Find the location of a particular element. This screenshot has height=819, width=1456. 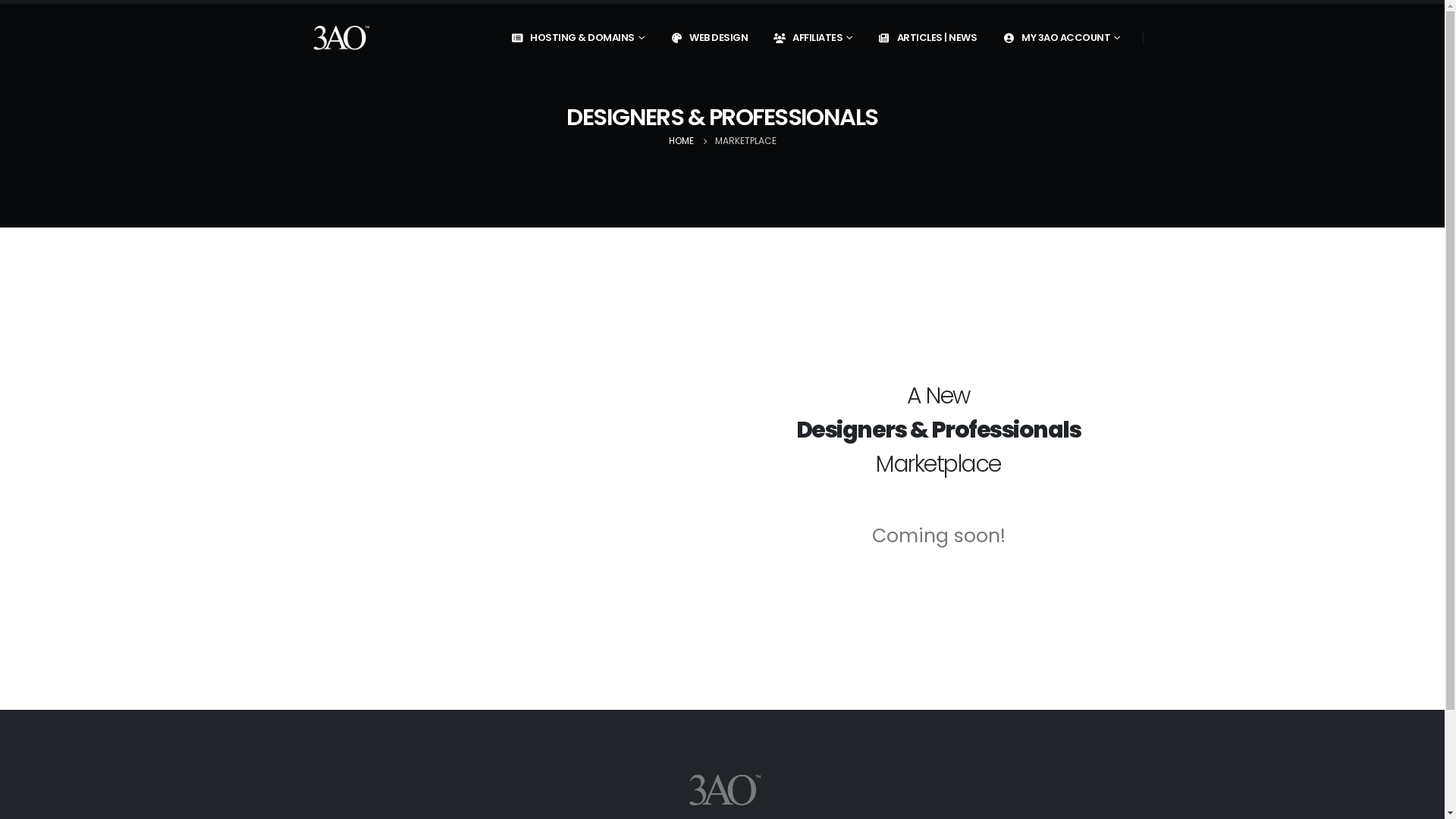

'HOME' is located at coordinates (680, 140).